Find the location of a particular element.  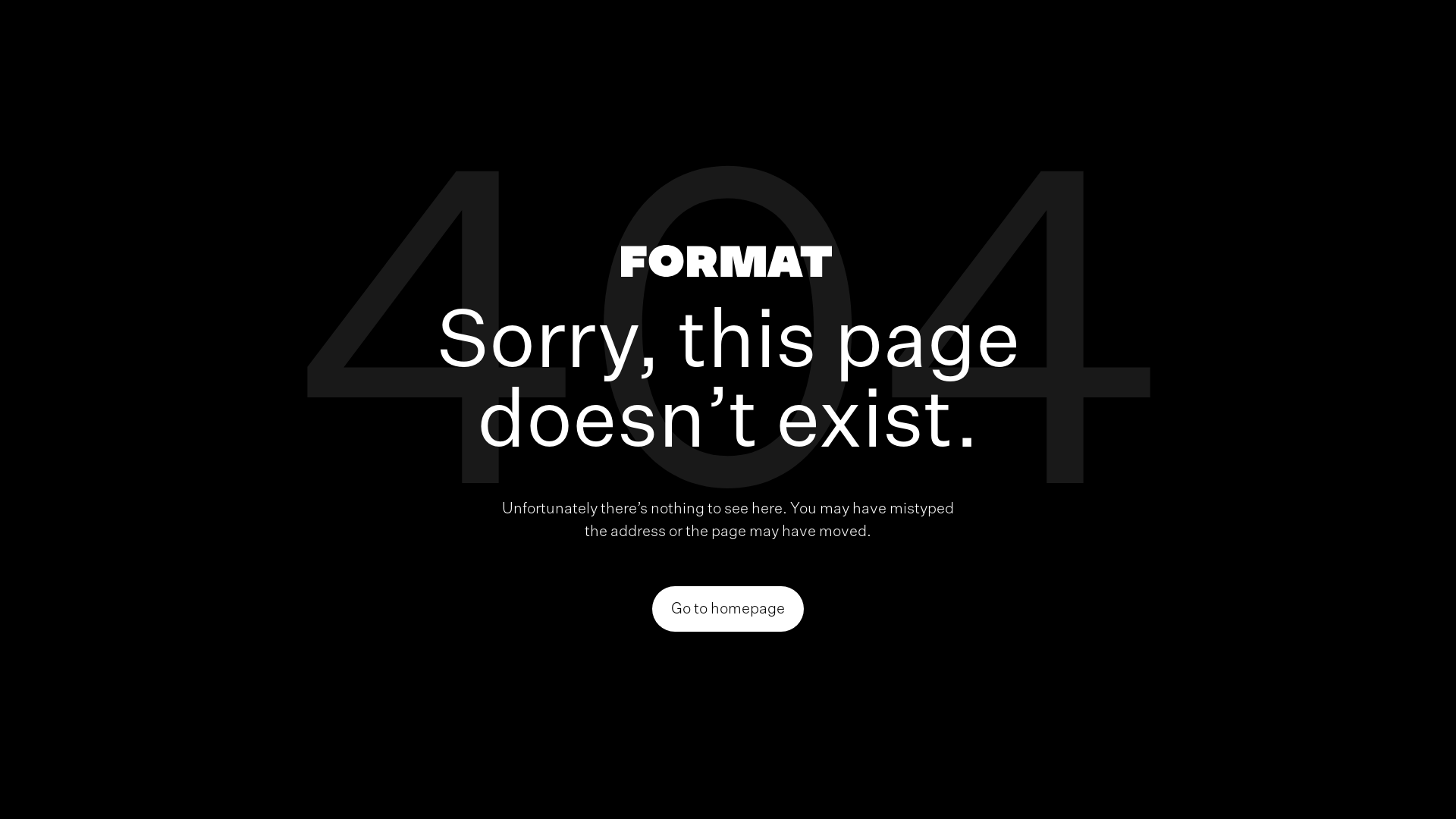

'Go to homepage' is located at coordinates (728, 607).